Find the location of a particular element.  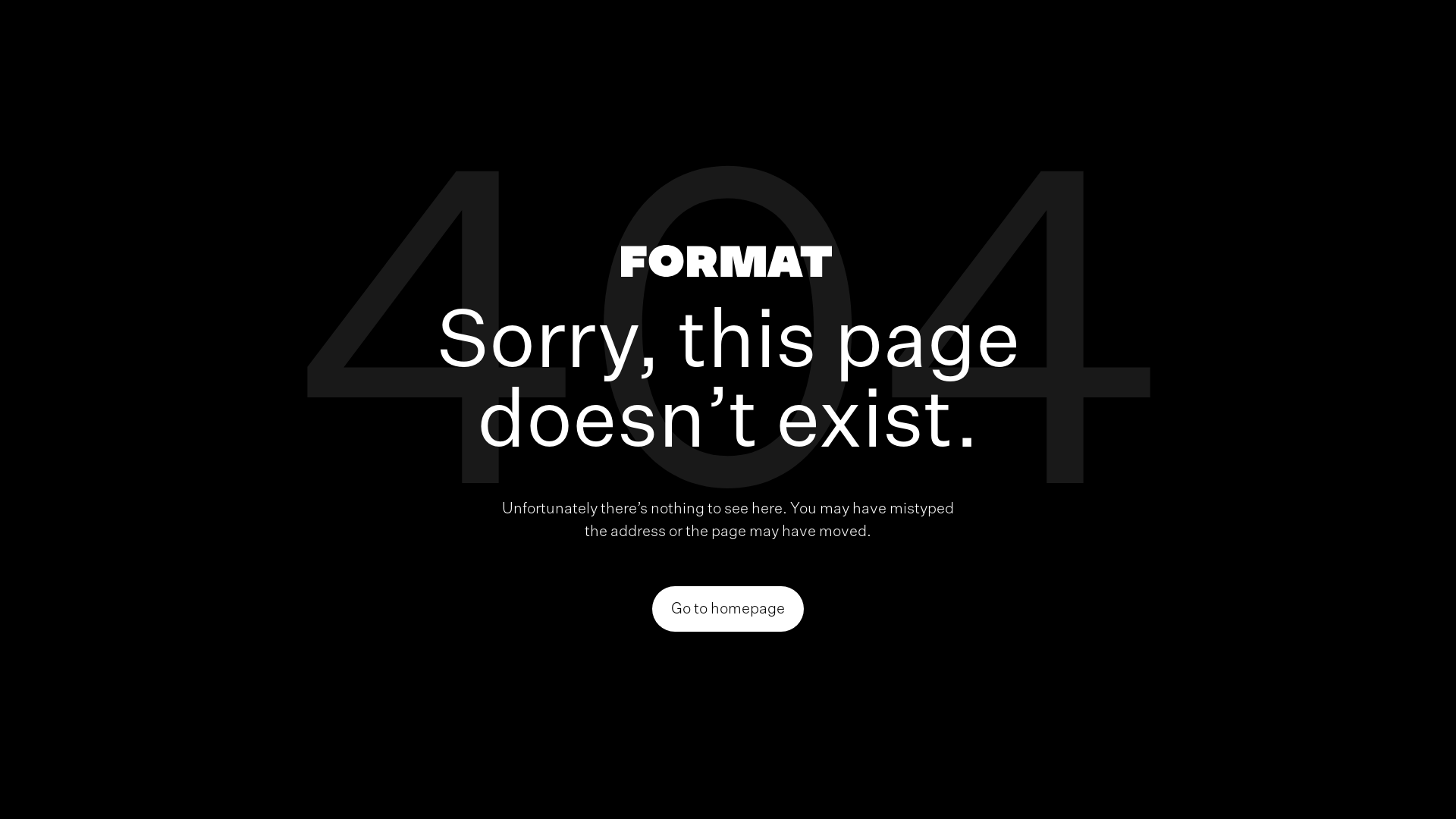

'Go to homepage' is located at coordinates (728, 607).